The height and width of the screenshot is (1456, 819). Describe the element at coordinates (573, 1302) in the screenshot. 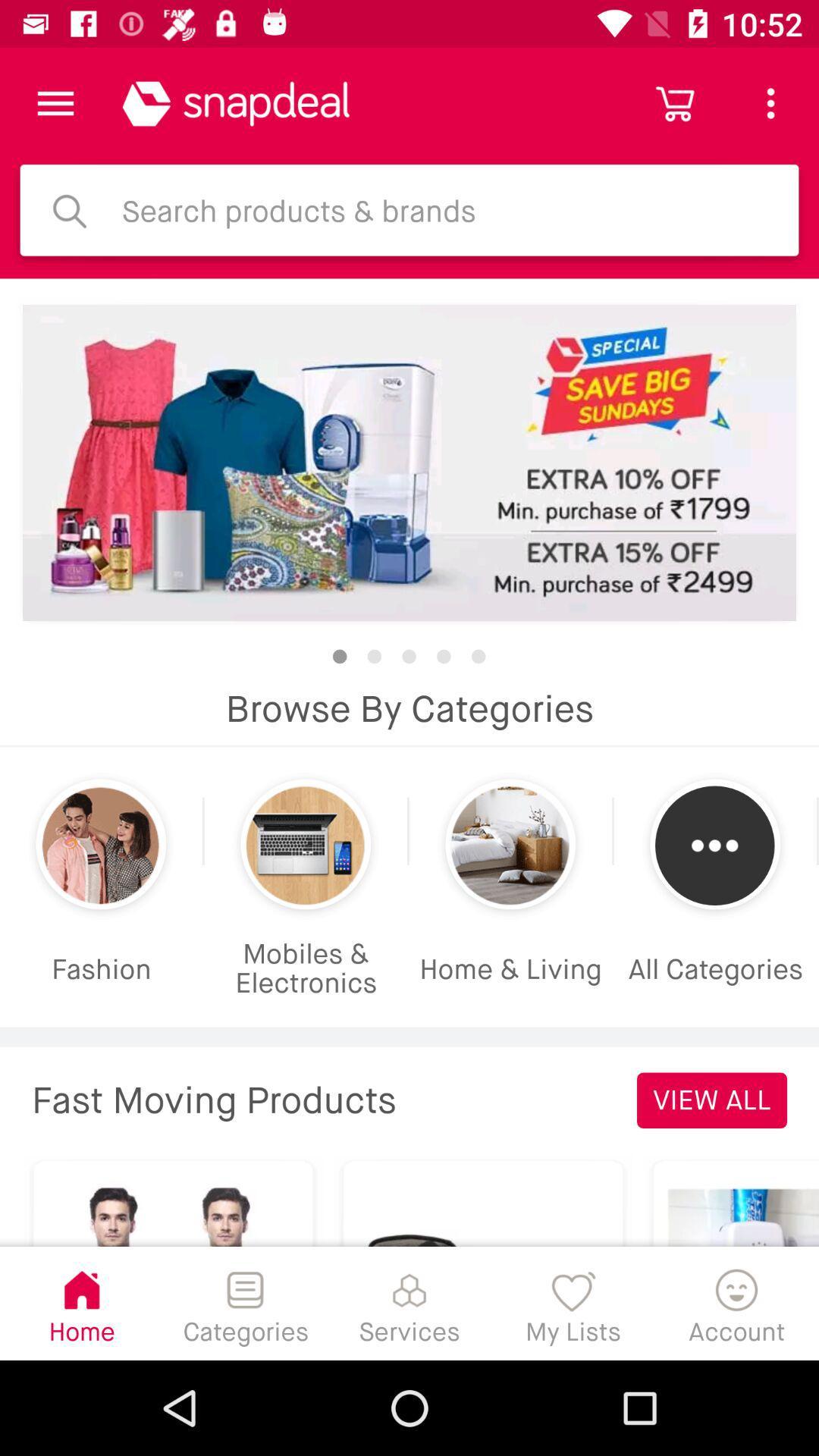

I see `the icon next to services icon` at that location.